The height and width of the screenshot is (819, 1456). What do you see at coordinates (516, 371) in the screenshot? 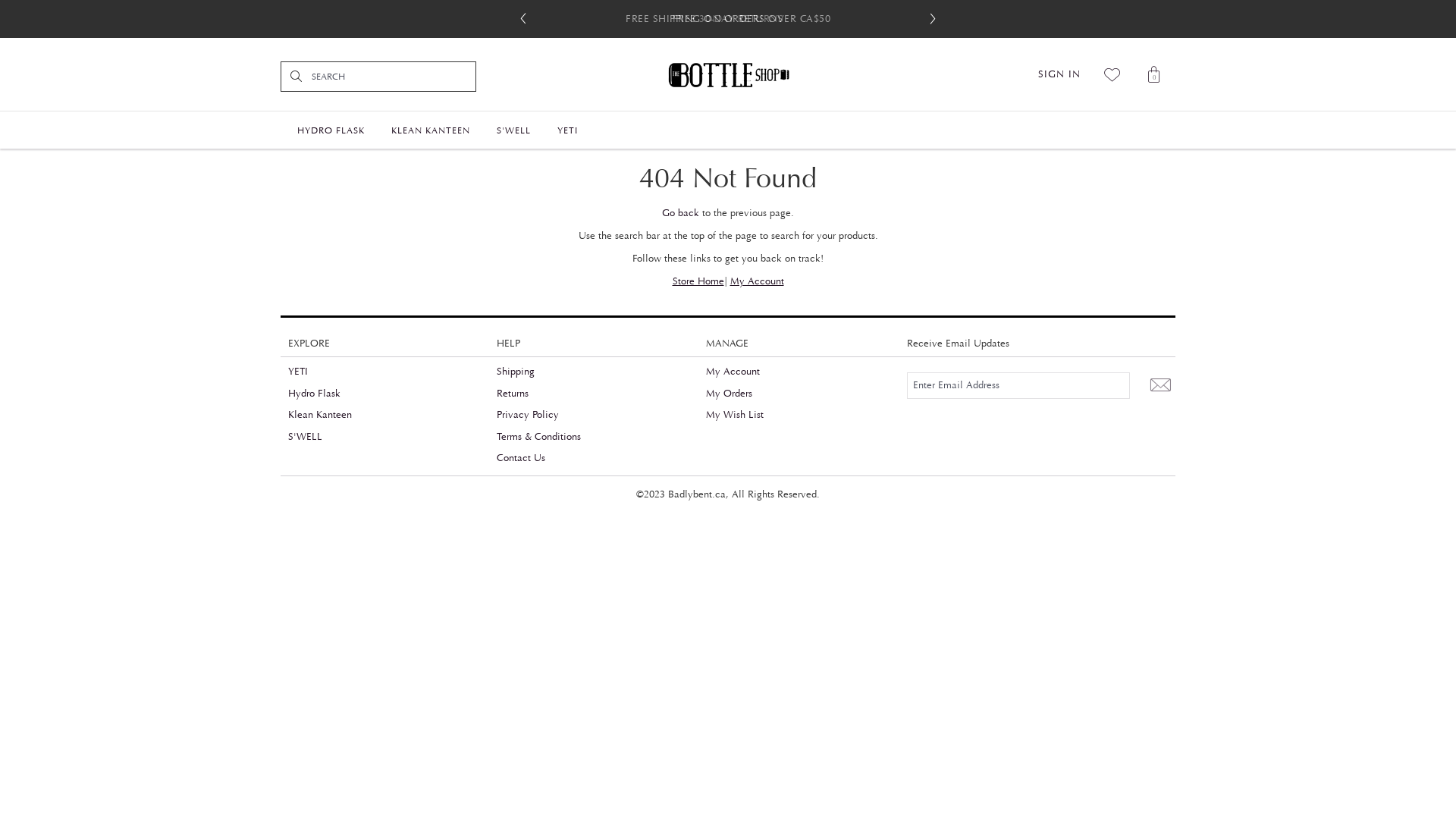
I see `'Shipping'` at bounding box center [516, 371].